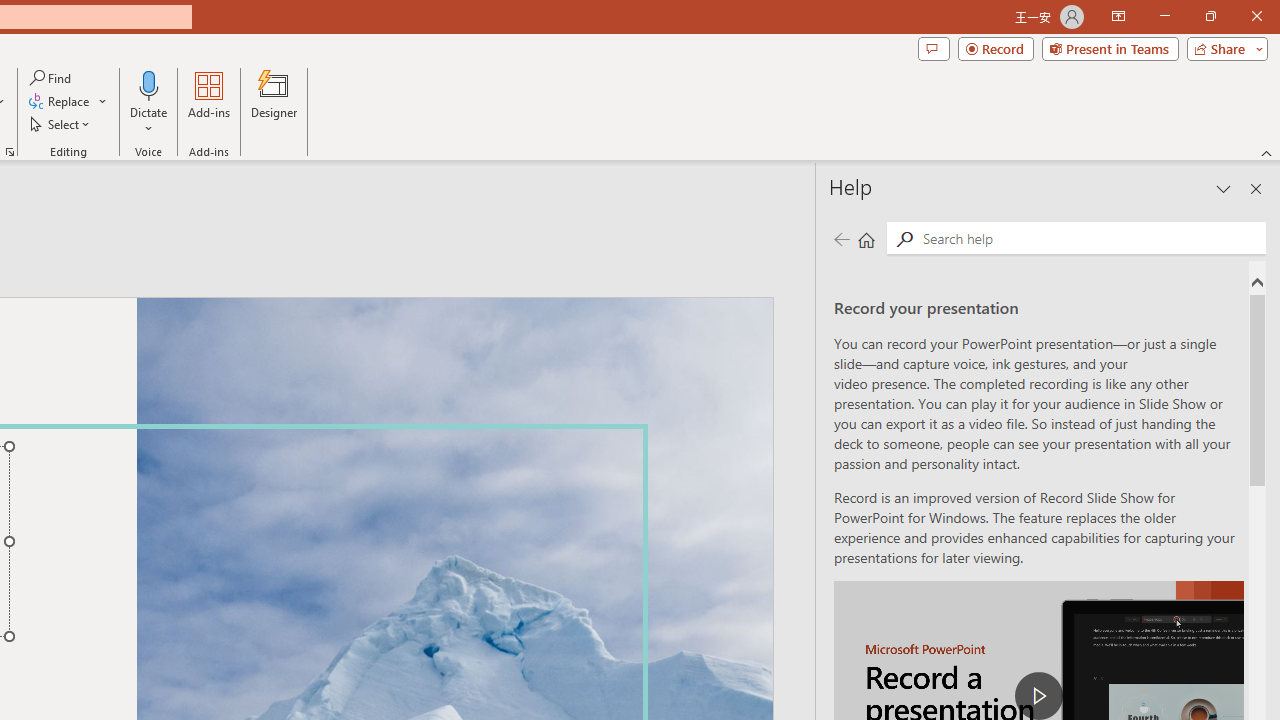  I want to click on 'Close pane', so click(1255, 189).